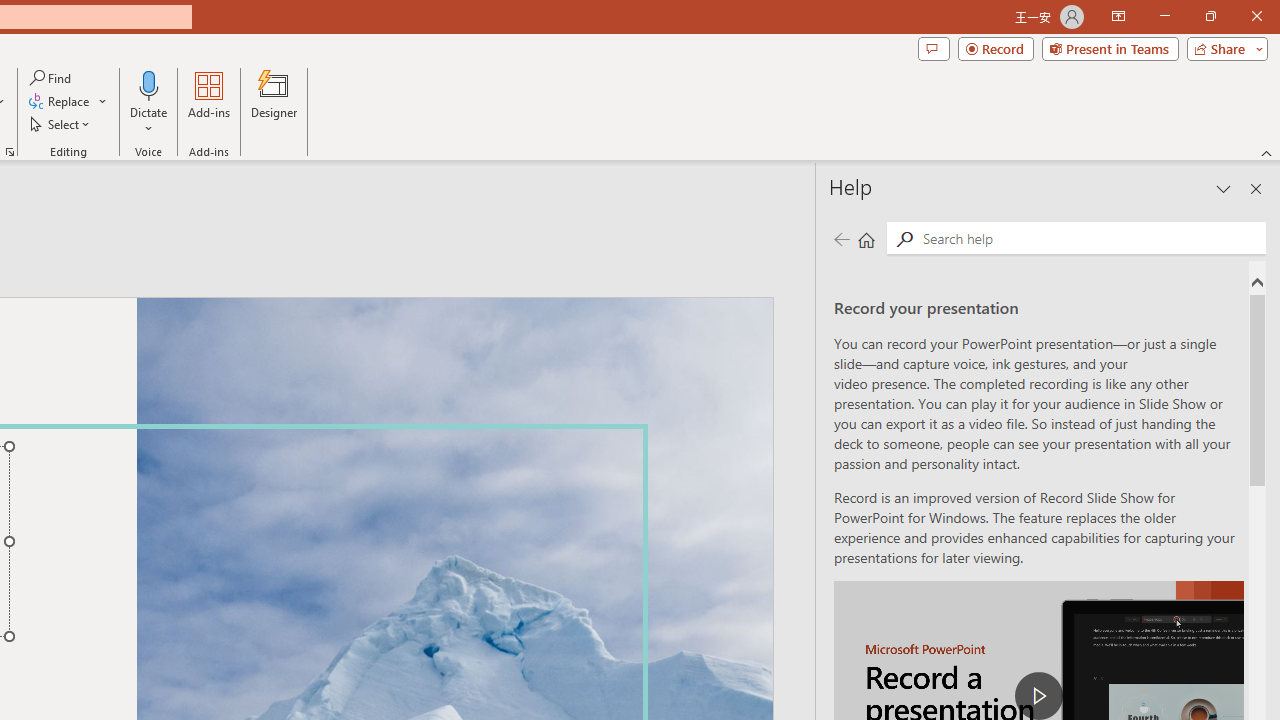  I want to click on 'Close pane', so click(1255, 189).